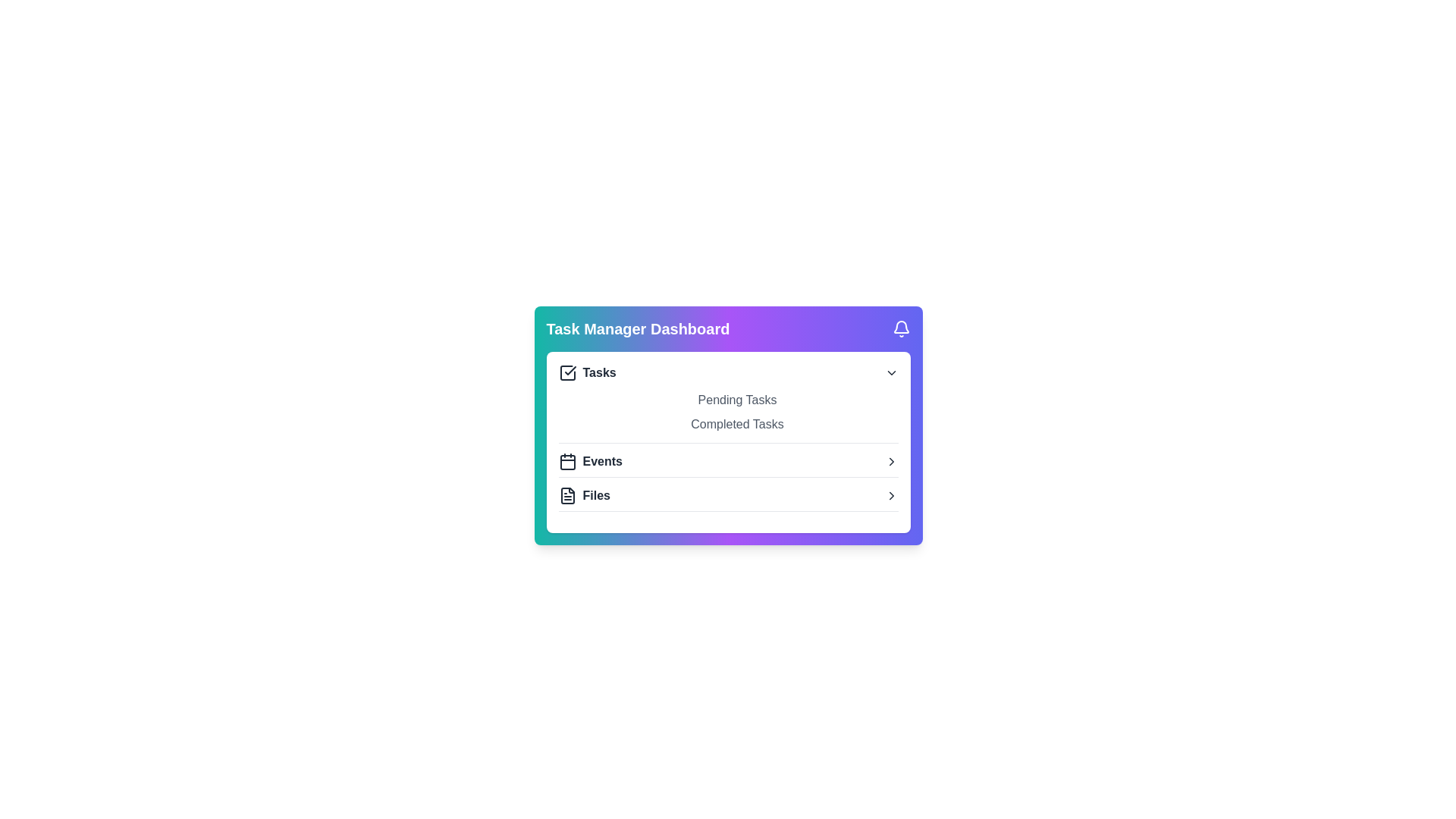 The image size is (1456, 819). Describe the element at coordinates (586, 373) in the screenshot. I see `the 'Tasks' category text element located at the top of the list, to the left of the drop-down icon` at that location.